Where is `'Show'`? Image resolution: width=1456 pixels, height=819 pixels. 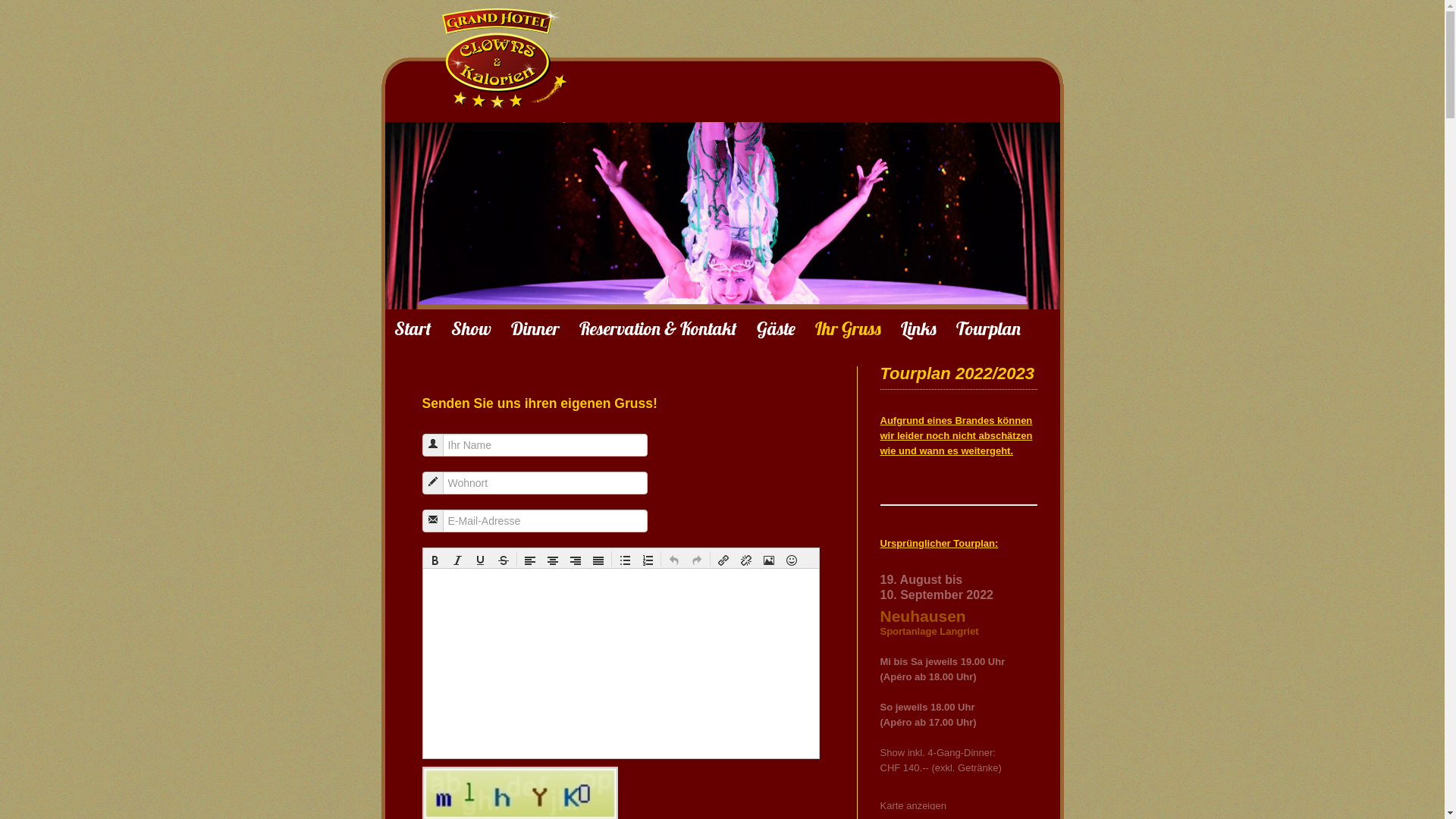 'Show' is located at coordinates (469, 327).